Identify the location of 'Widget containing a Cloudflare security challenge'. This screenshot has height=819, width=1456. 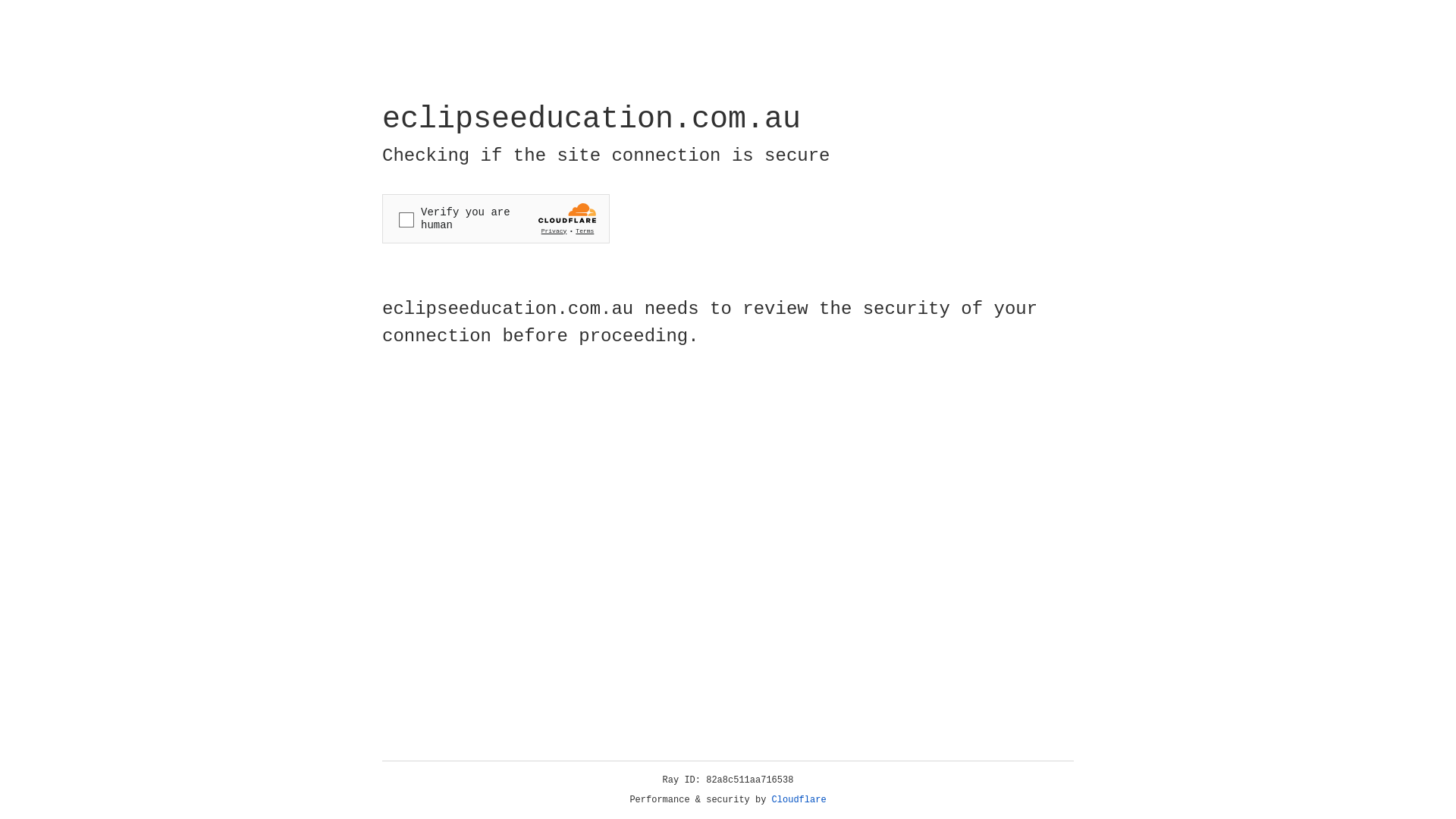
(495, 218).